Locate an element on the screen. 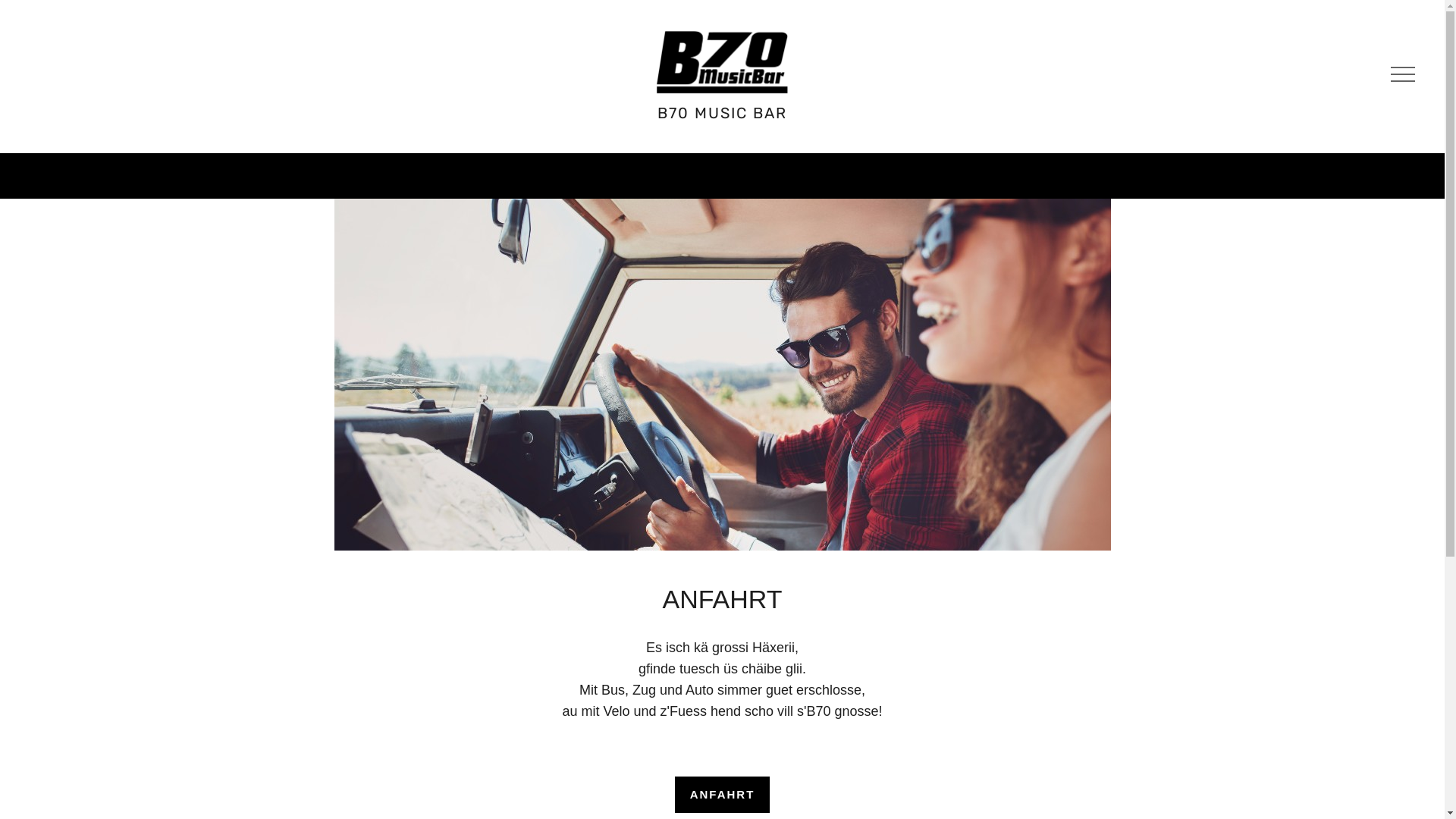 The image size is (1456, 819). 'MENU' is located at coordinates (1400, 75).